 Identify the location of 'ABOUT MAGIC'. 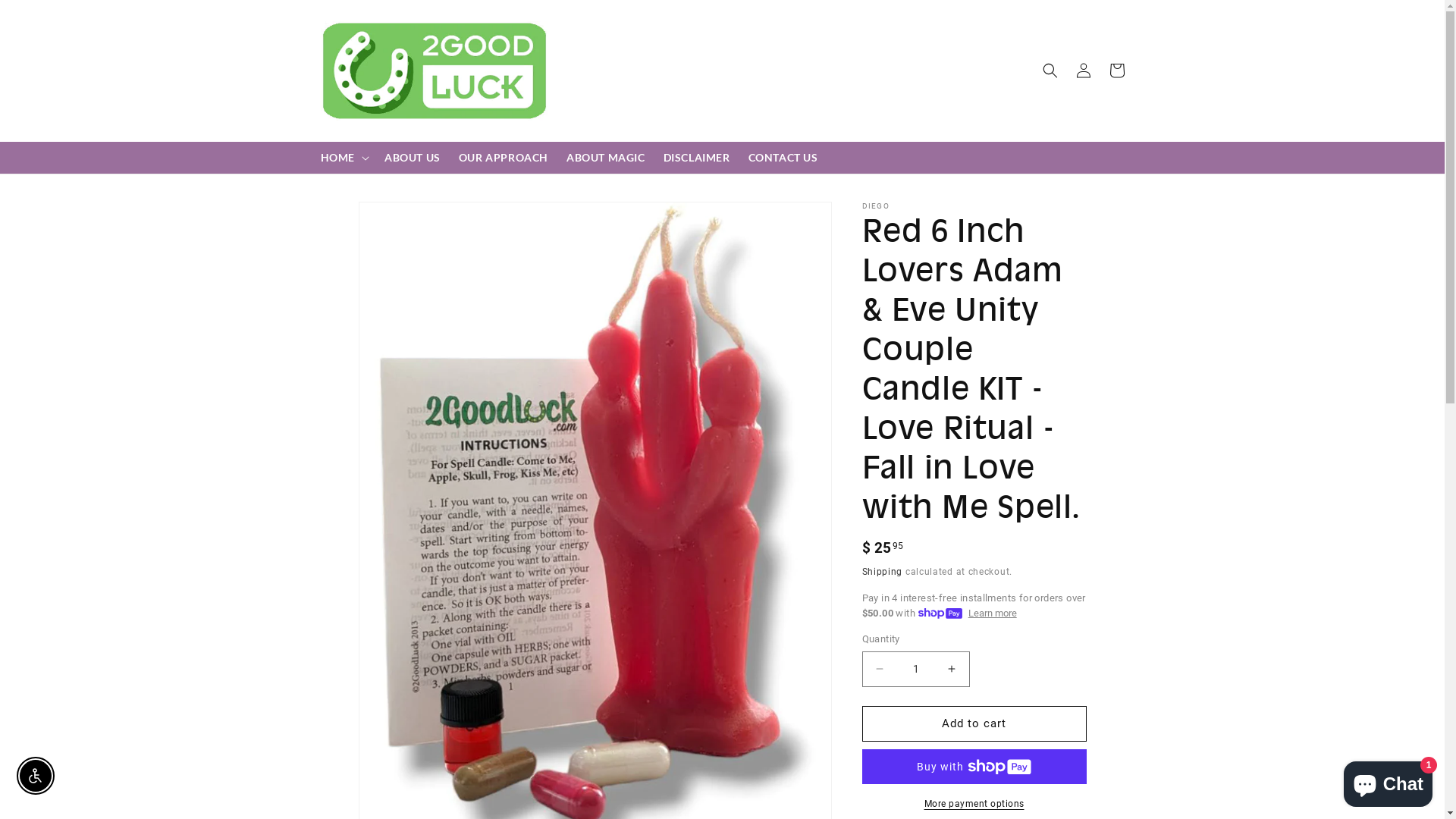
(604, 158).